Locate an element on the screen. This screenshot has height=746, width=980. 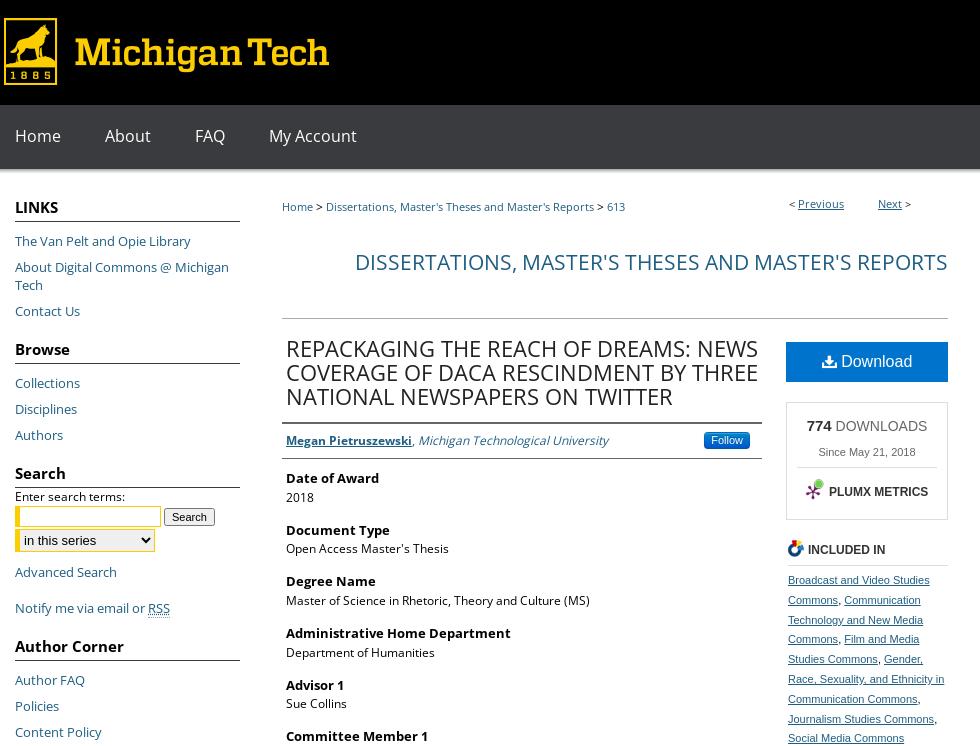
'Department of Humanities' is located at coordinates (360, 650).